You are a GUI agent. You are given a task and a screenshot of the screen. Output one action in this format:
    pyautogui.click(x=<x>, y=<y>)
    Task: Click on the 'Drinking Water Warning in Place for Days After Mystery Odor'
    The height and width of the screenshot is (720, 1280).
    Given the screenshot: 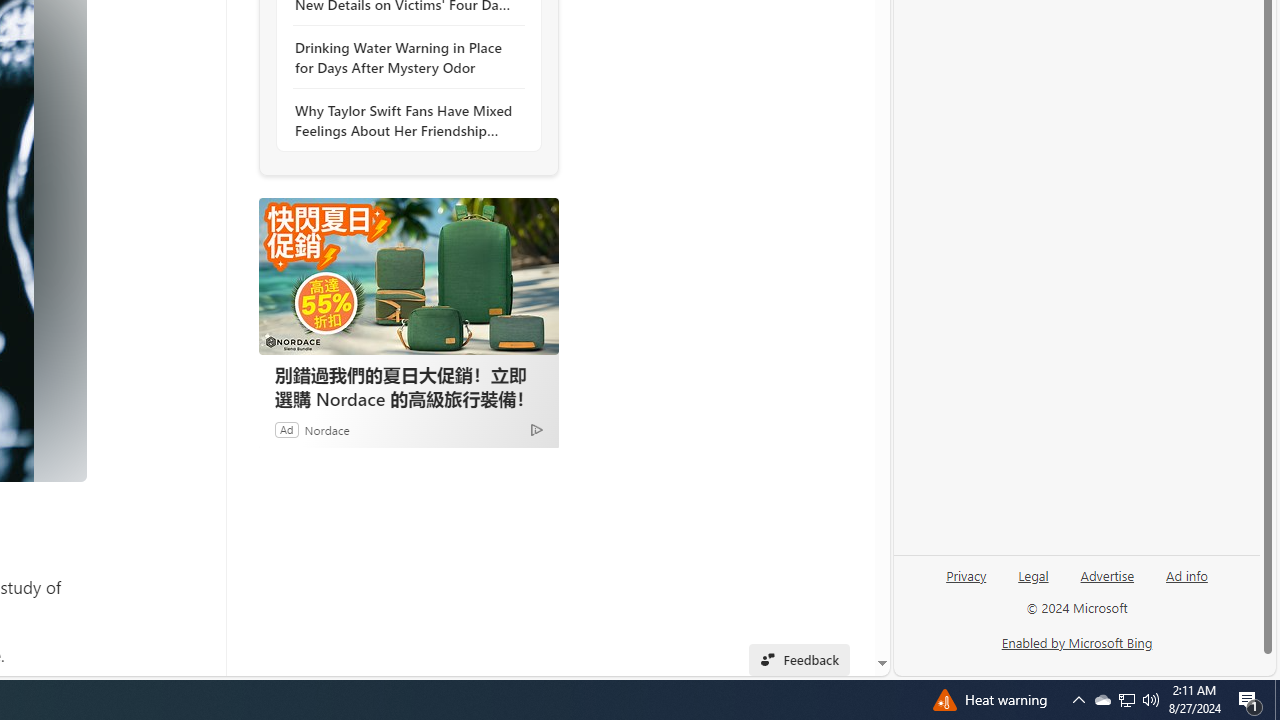 What is the action you would take?
    pyautogui.click(x=402, y=56)
    